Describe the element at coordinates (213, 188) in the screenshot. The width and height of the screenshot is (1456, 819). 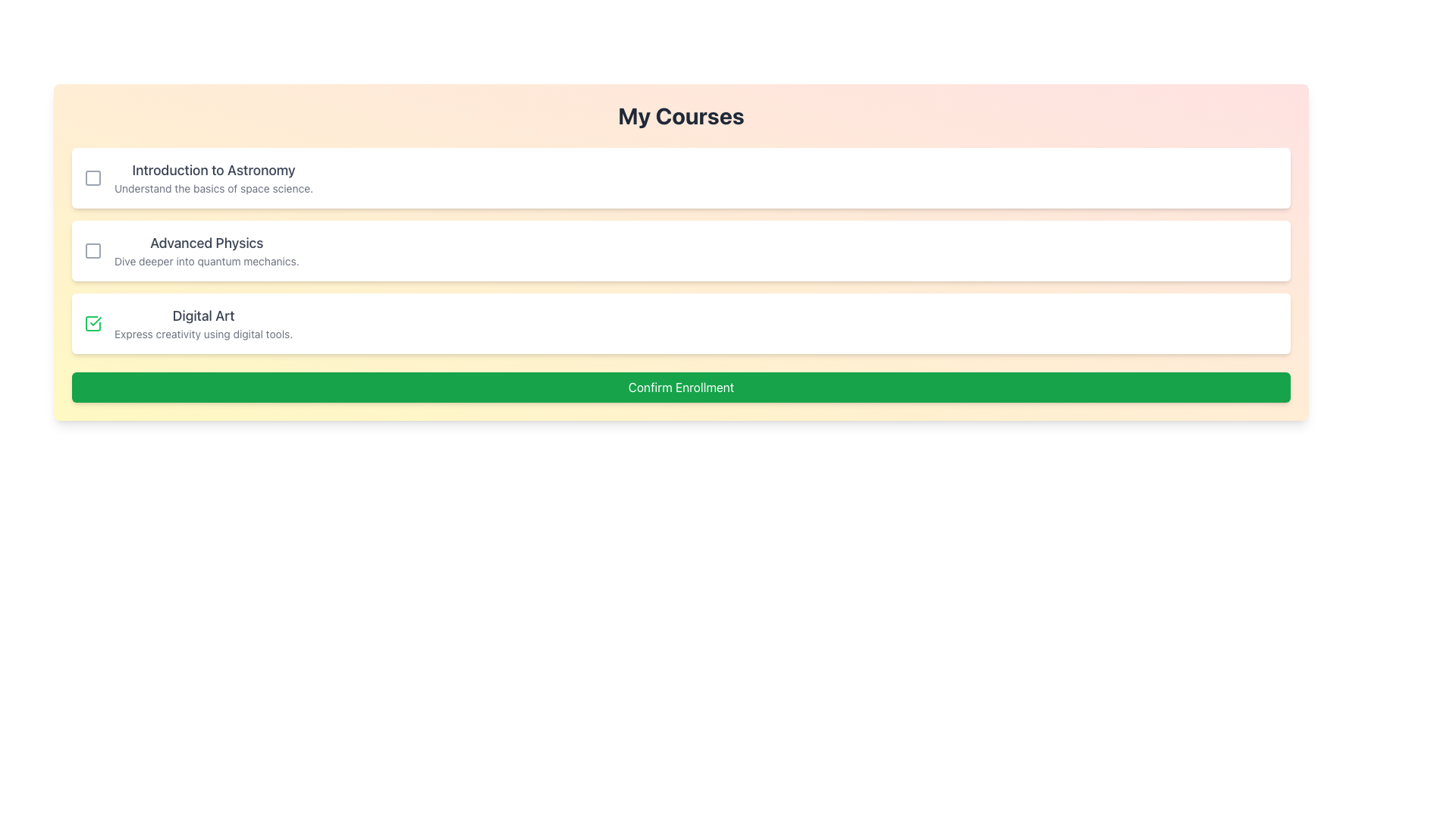
I see `the text element providing a brief description for the course titled 'Introduction to Astronomy', which is located directly below the header in the first course section of 'My Courses'` at that location.